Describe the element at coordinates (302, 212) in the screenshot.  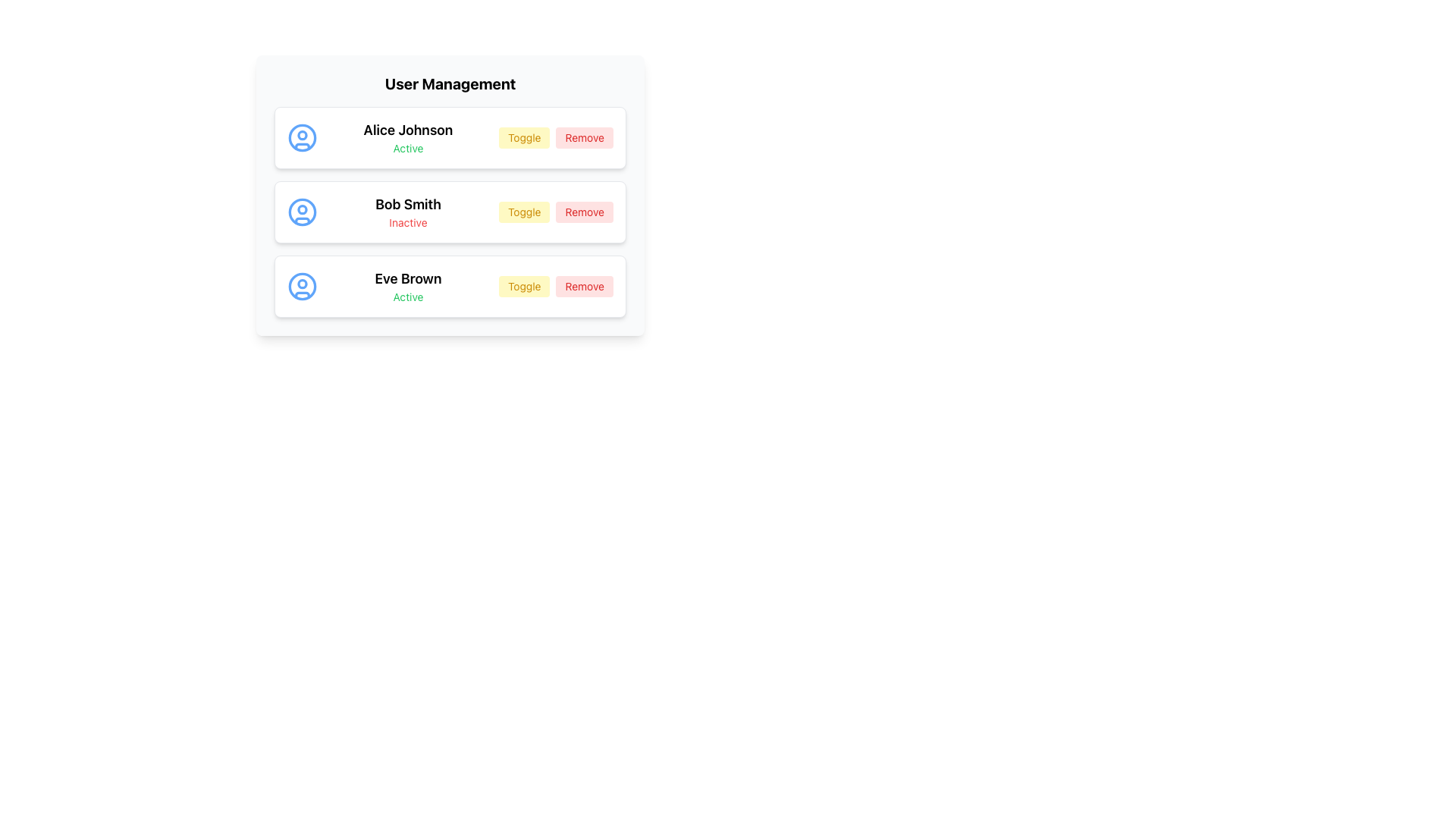
I see `the blue circular user profile icon for Bob Smith, which is the first element in the row displaying user details` at that location.